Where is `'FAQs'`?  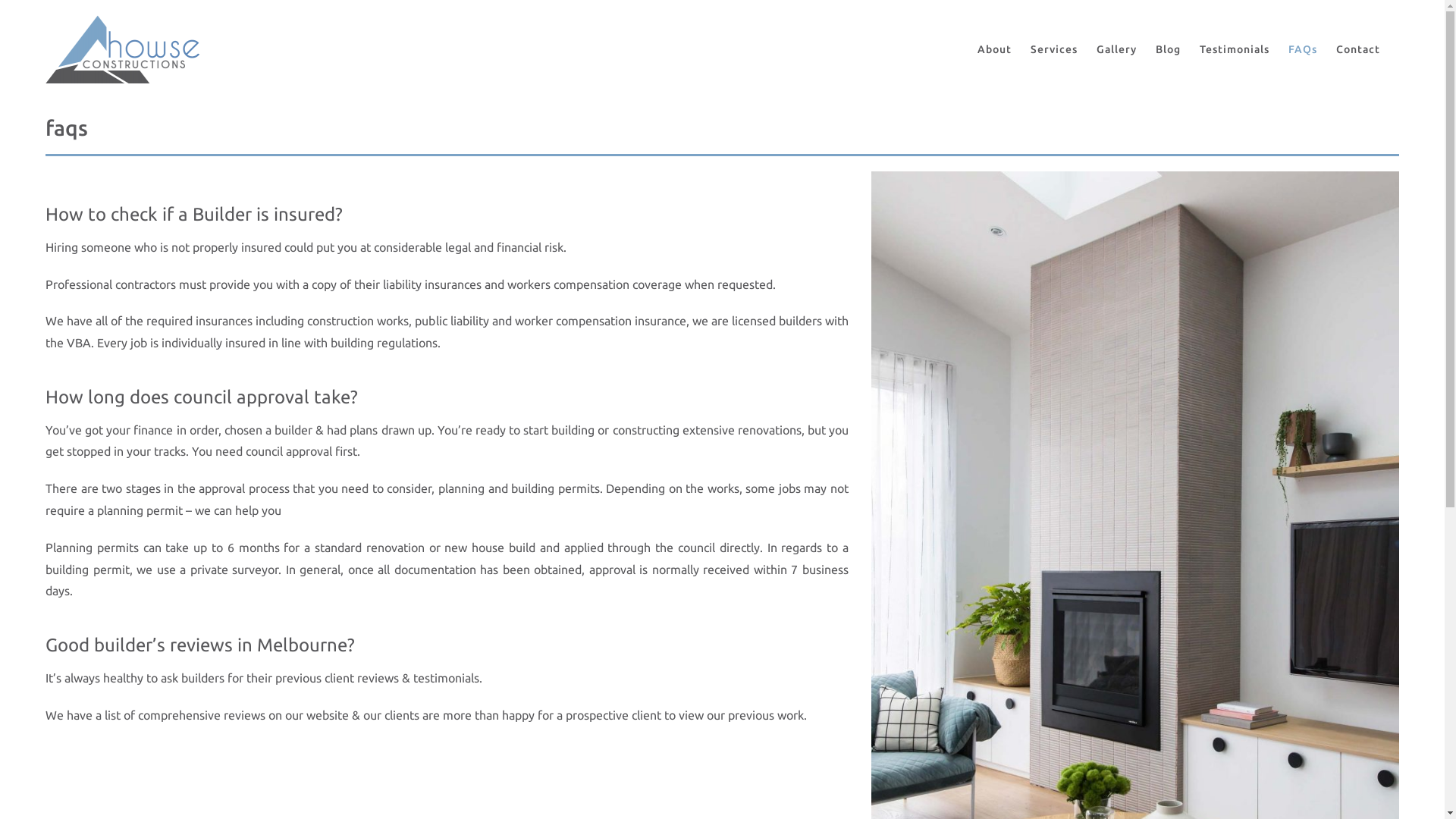 'FAQs' is located at coordinates (1288, 49).